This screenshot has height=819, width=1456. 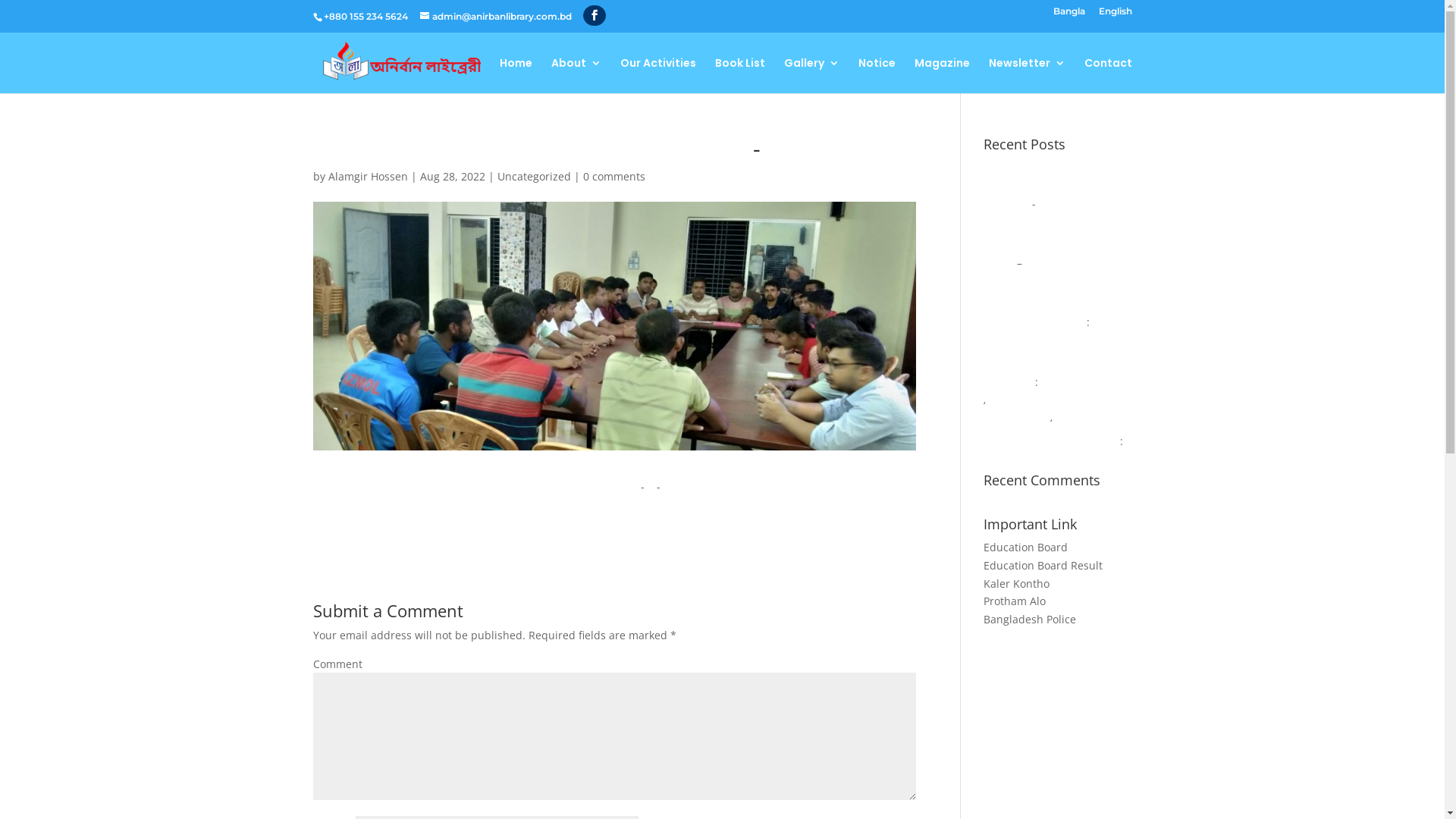 What do you see at coordinates (983, 547) in the screenshot?
I see `'Education Board'` at bounding box center [983, 547].